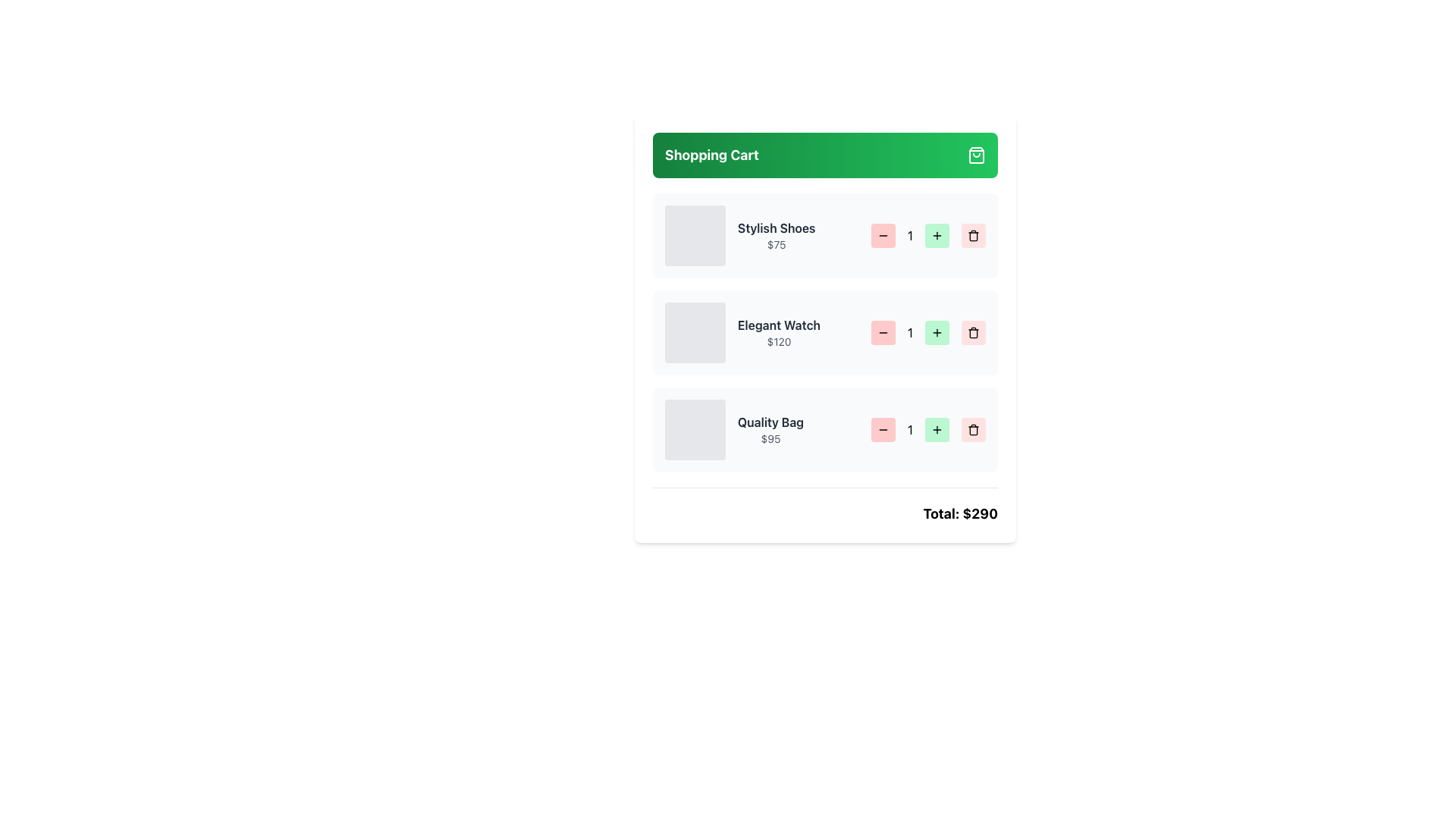  I want to click on the numeric label displaying the value '1' which is centrally positioned between the decrement and increment buttons in the shopping cart item component, so click(910, 430).